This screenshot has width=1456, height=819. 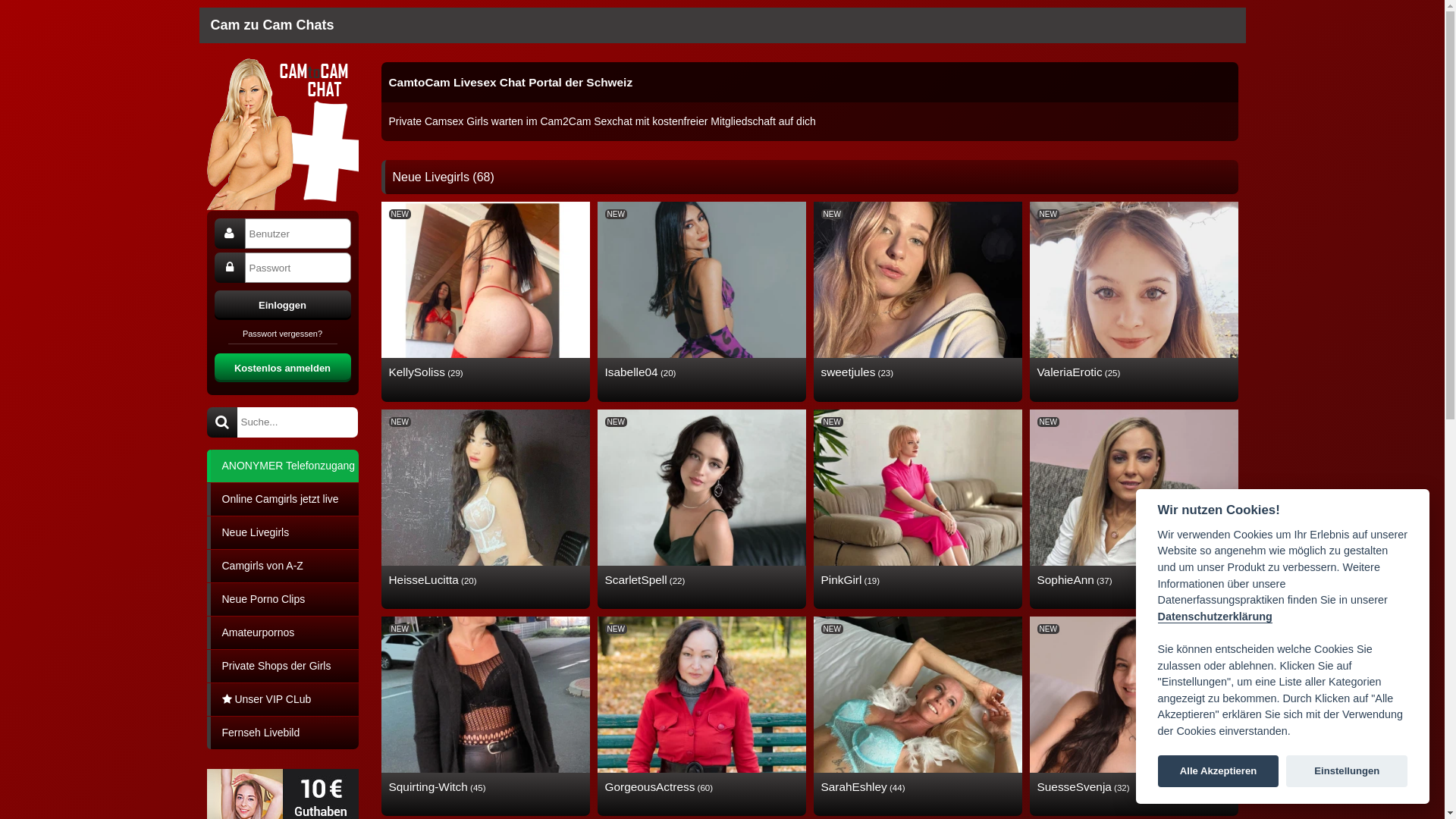 What do you see at coordinates (281, 498) in the screenshot?
I see `'Online Camgirls jetzt live'` at bounding box center [281, 498].